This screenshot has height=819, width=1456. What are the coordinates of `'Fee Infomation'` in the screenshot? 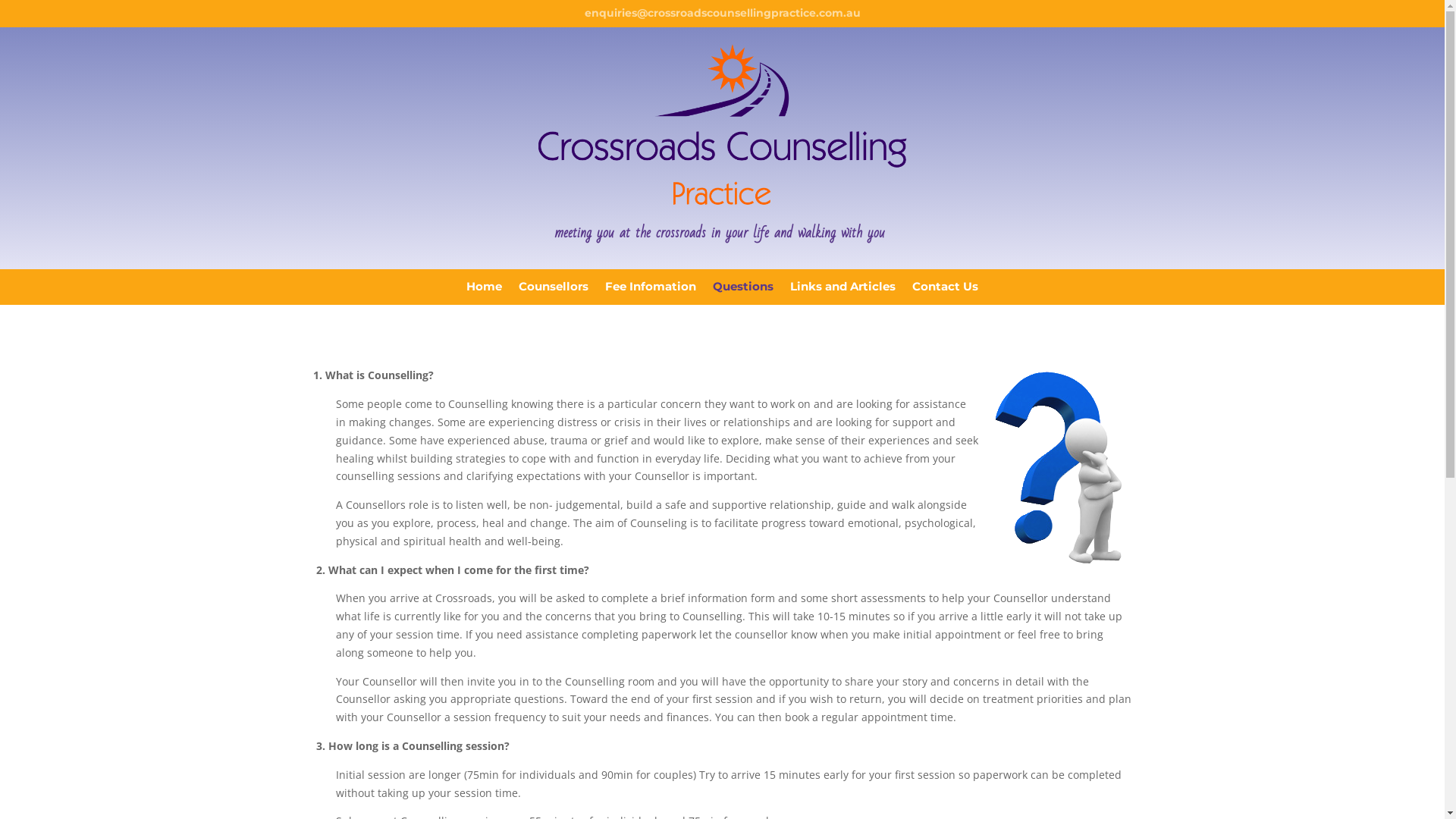 It's located at (651, 289).